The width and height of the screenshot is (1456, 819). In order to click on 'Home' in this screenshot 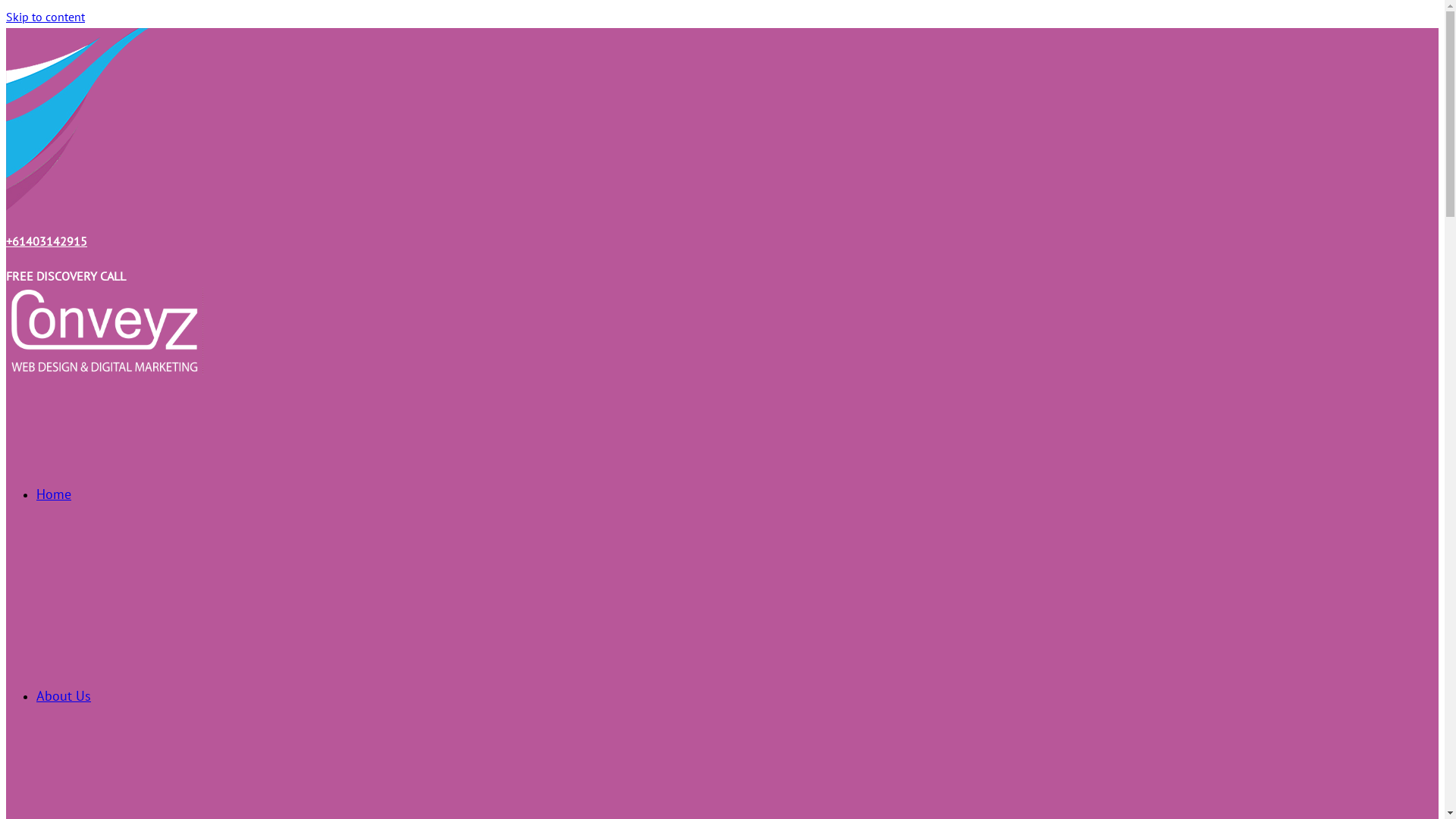, I will do `click(54, 494)`.